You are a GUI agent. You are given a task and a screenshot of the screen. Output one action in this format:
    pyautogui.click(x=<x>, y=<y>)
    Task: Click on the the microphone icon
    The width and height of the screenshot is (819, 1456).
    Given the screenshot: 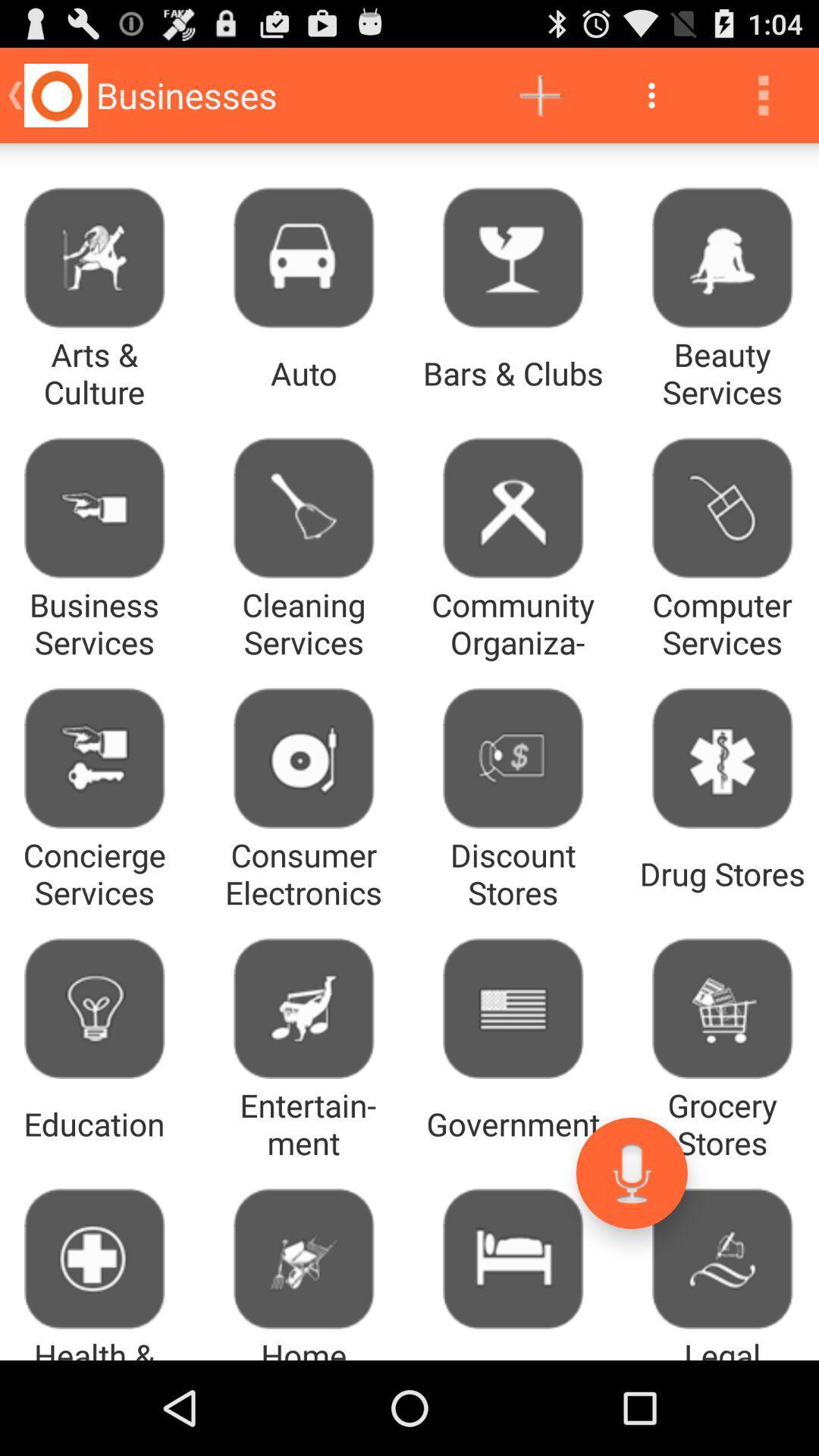 What is the action you would take?
    pyautogui.click(x=632, y=1256)
    